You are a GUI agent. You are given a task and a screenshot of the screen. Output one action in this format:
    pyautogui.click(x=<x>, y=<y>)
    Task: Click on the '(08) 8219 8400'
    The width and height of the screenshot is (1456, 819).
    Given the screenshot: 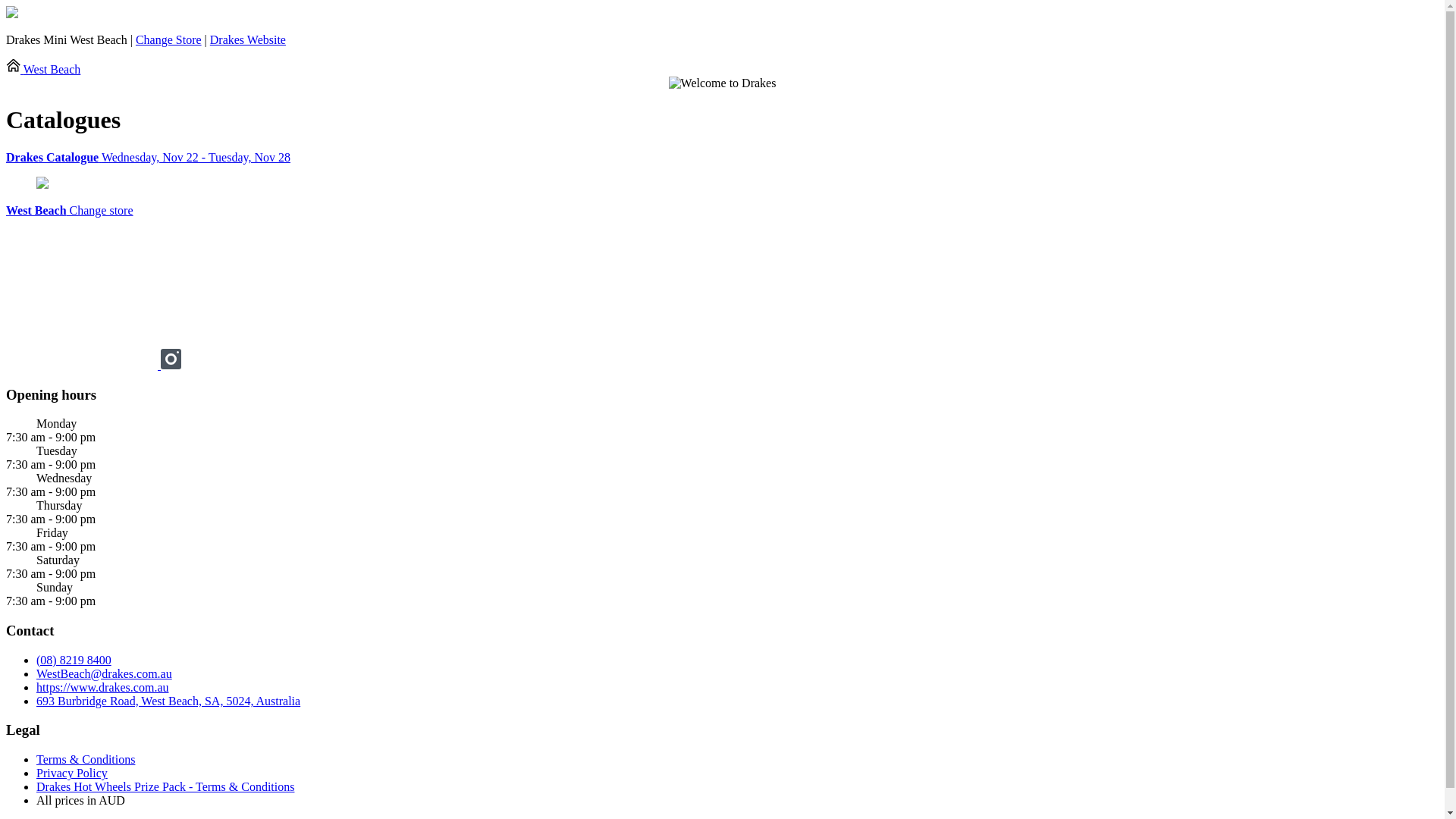 What is the action you would take?
    pyautogui.click(x=73, y=659)
    